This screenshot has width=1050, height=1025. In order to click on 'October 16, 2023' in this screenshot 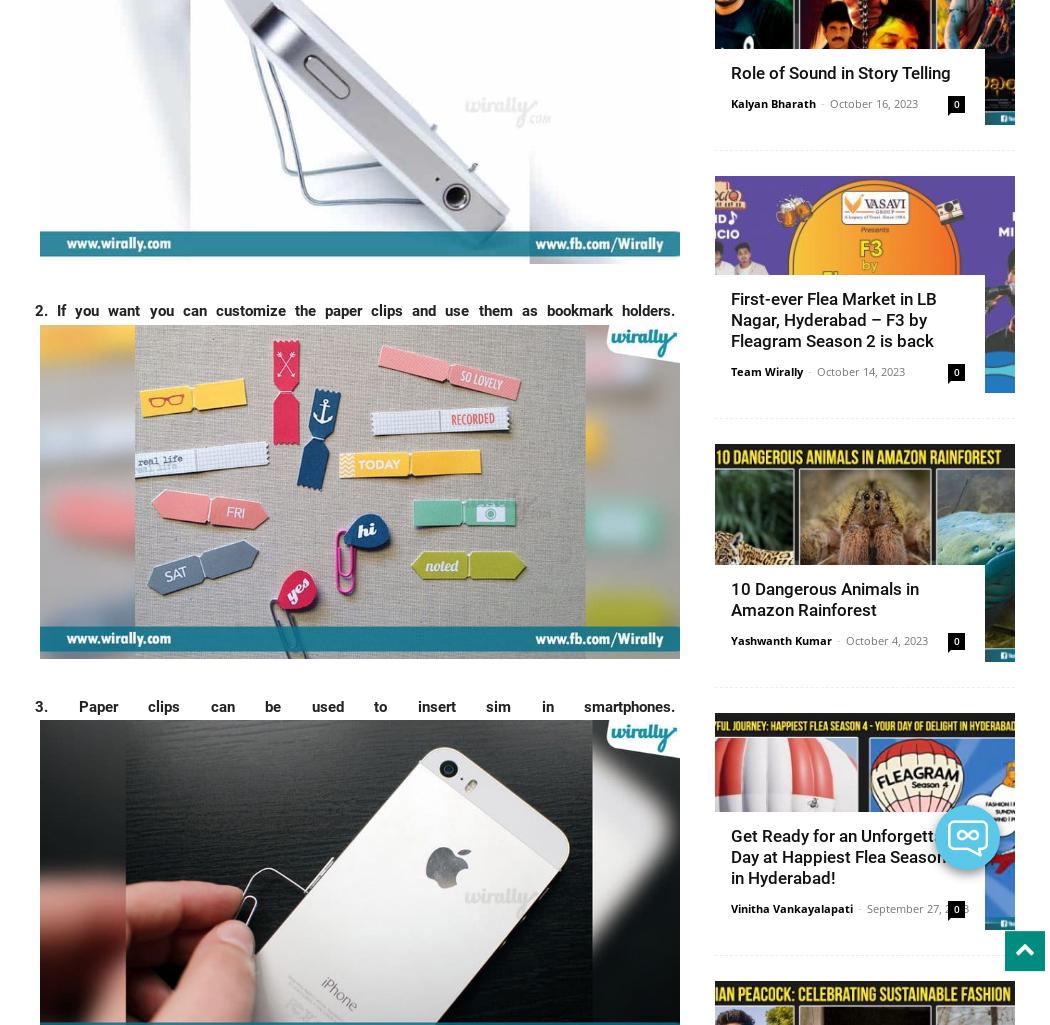, I will do `click(873, 102)`.